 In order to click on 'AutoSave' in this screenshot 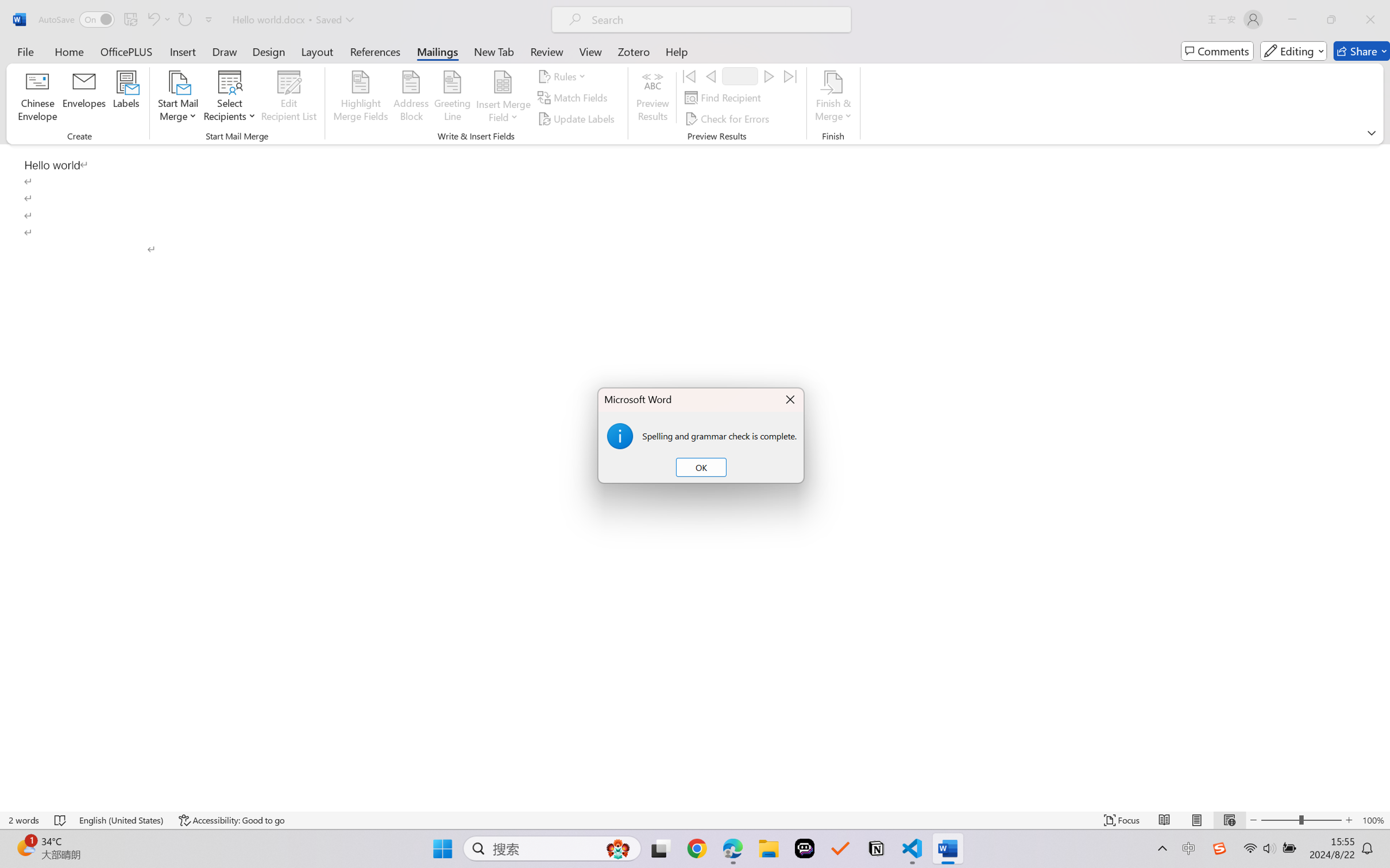, I will do `click(76, 19)`.